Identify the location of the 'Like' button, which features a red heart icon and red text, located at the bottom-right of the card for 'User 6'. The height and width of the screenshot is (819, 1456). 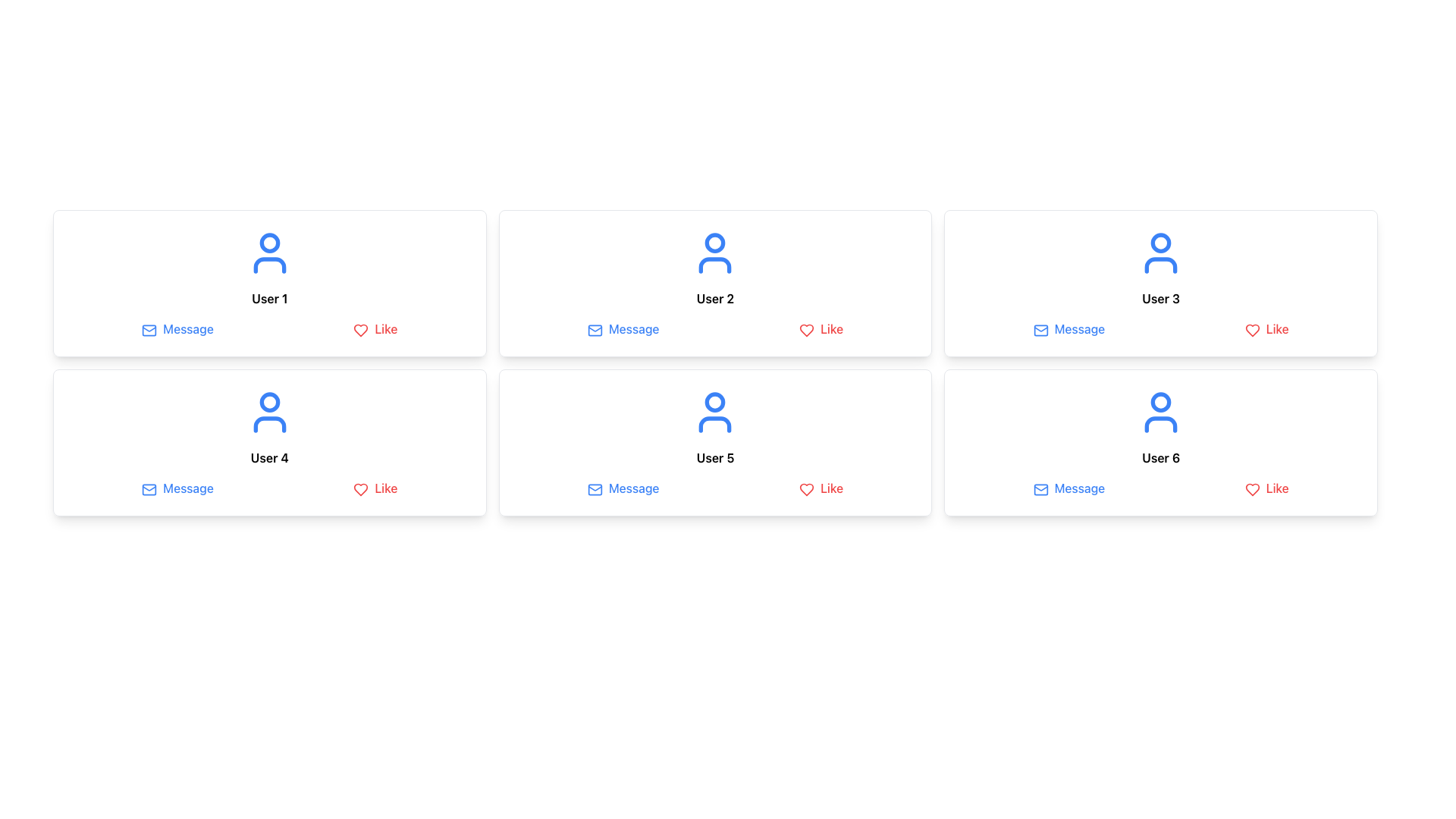
(1266, 488).